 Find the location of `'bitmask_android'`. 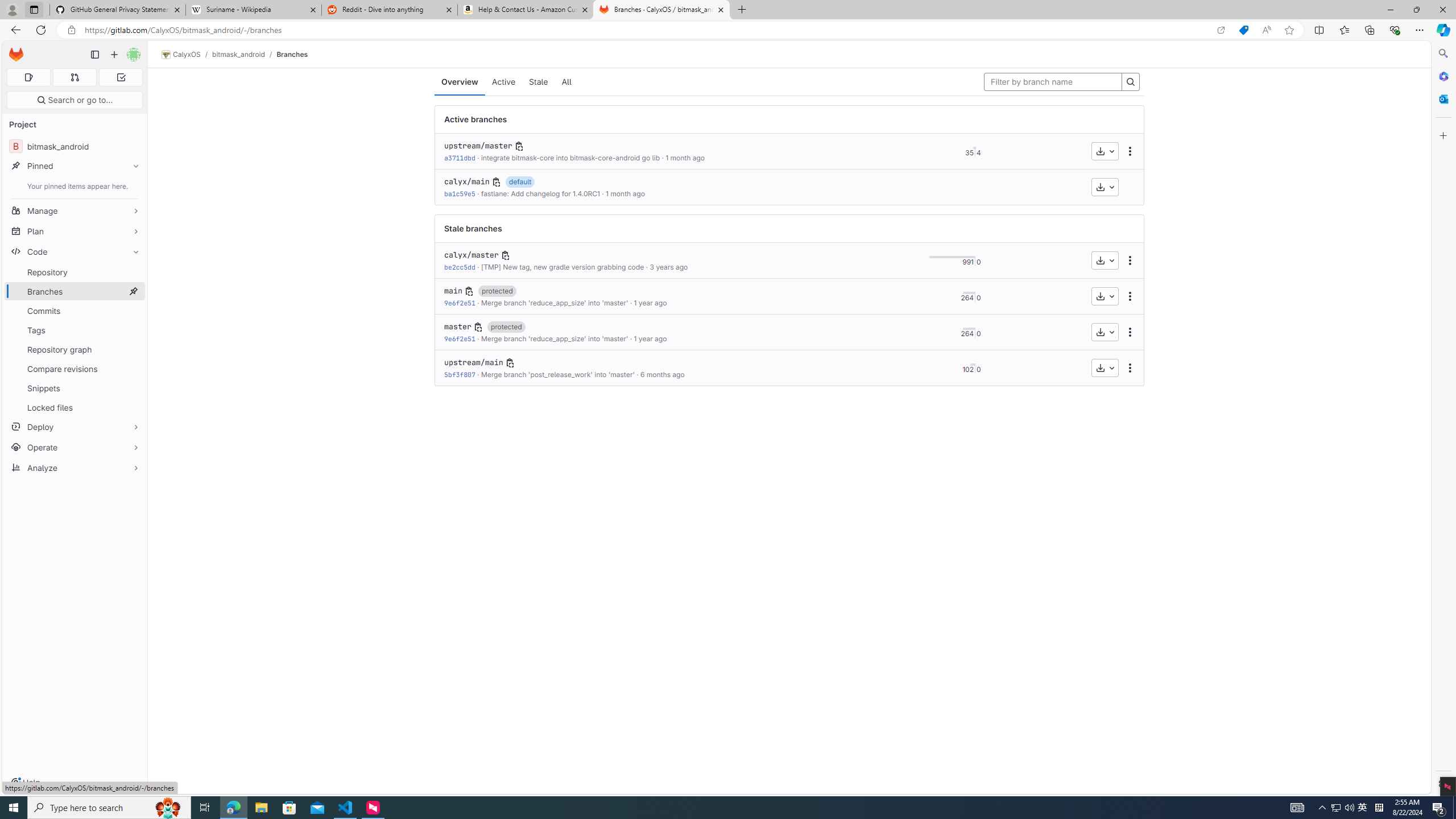

'bitmask_android' is located at coordinates (238, 54).